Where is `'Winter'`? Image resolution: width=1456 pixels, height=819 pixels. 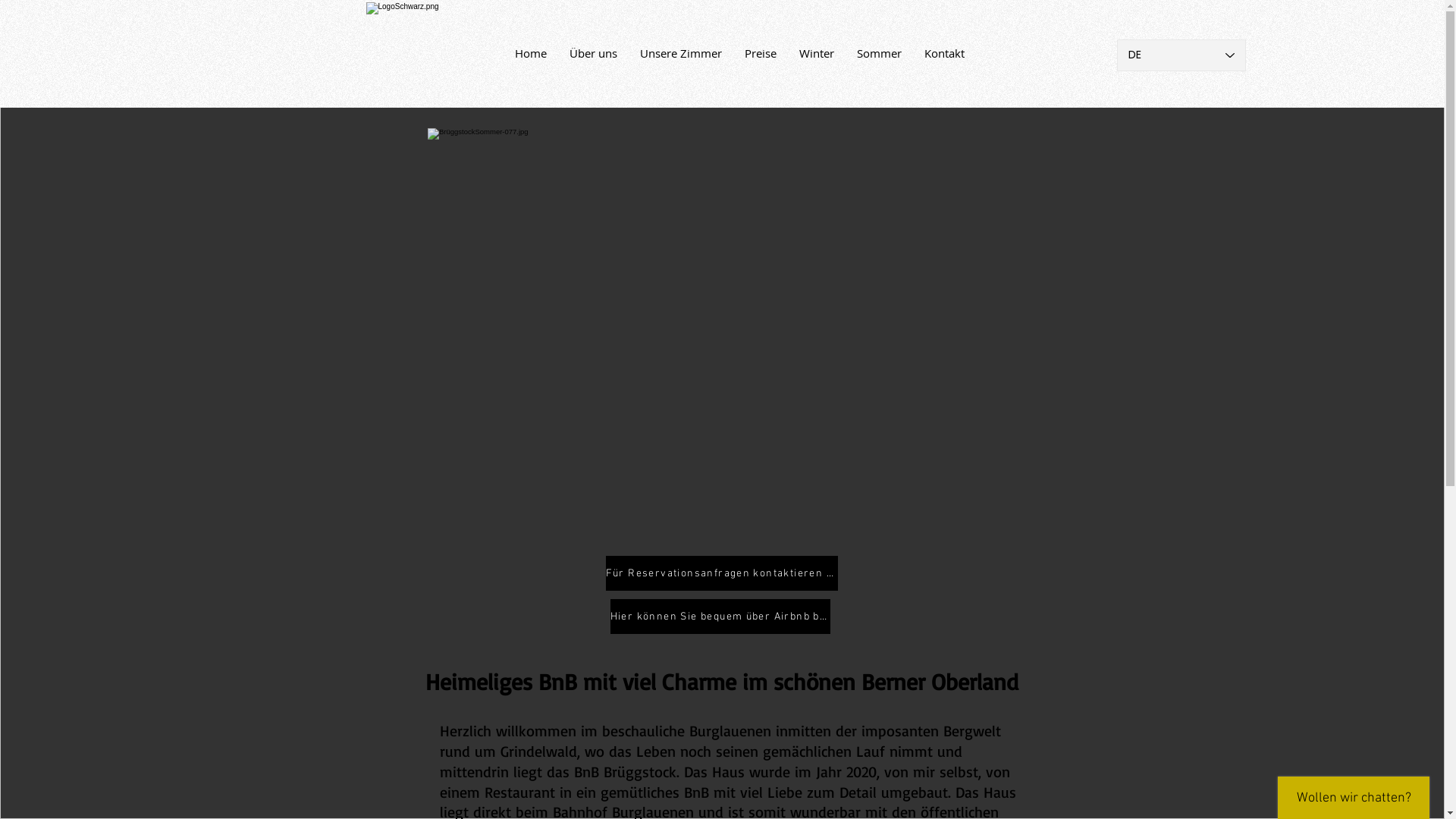
'Winter' is located at coordinates (814, 52).